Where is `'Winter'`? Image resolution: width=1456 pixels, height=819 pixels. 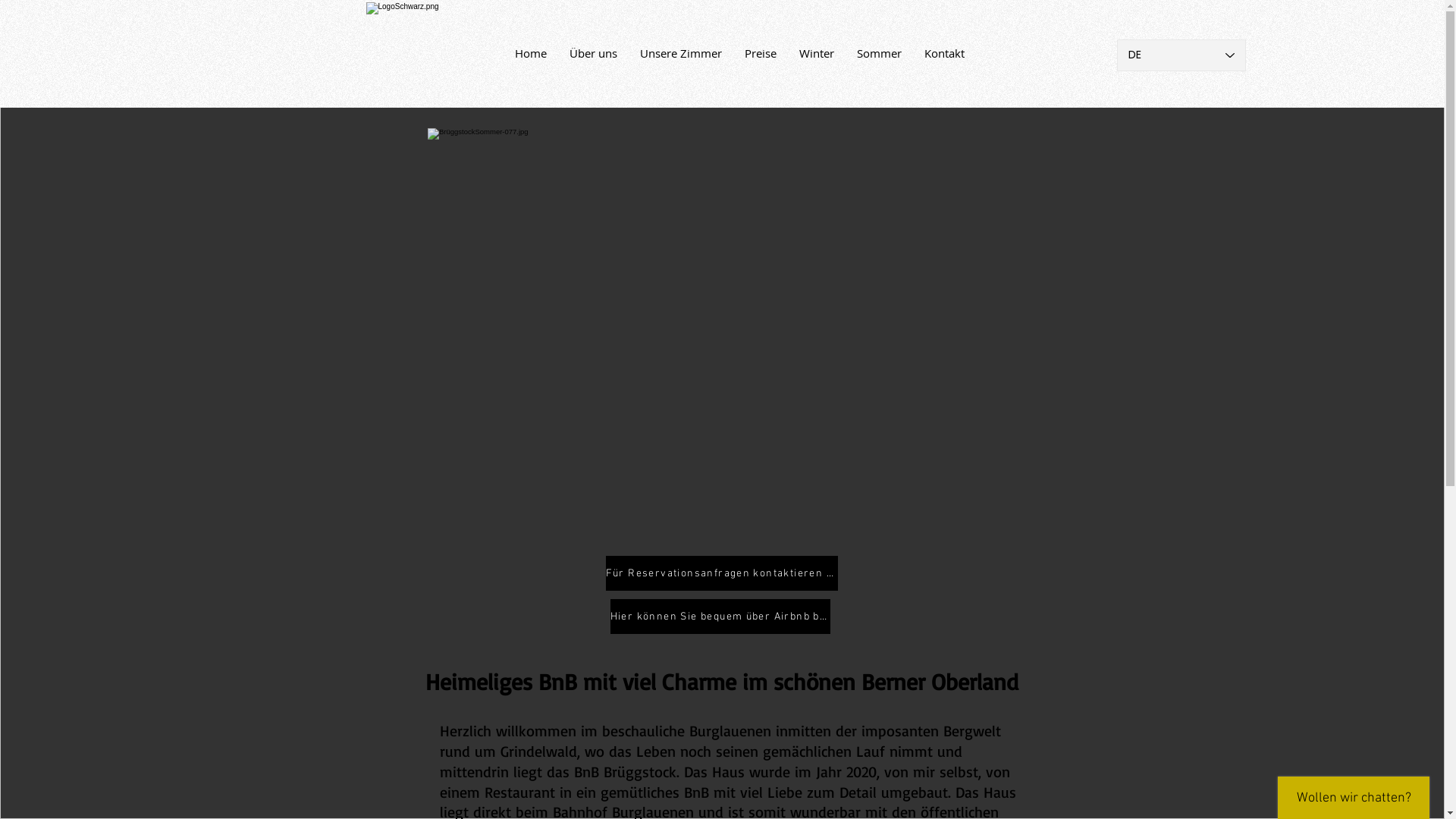
'Winter' is located at coordinates (814, 52).